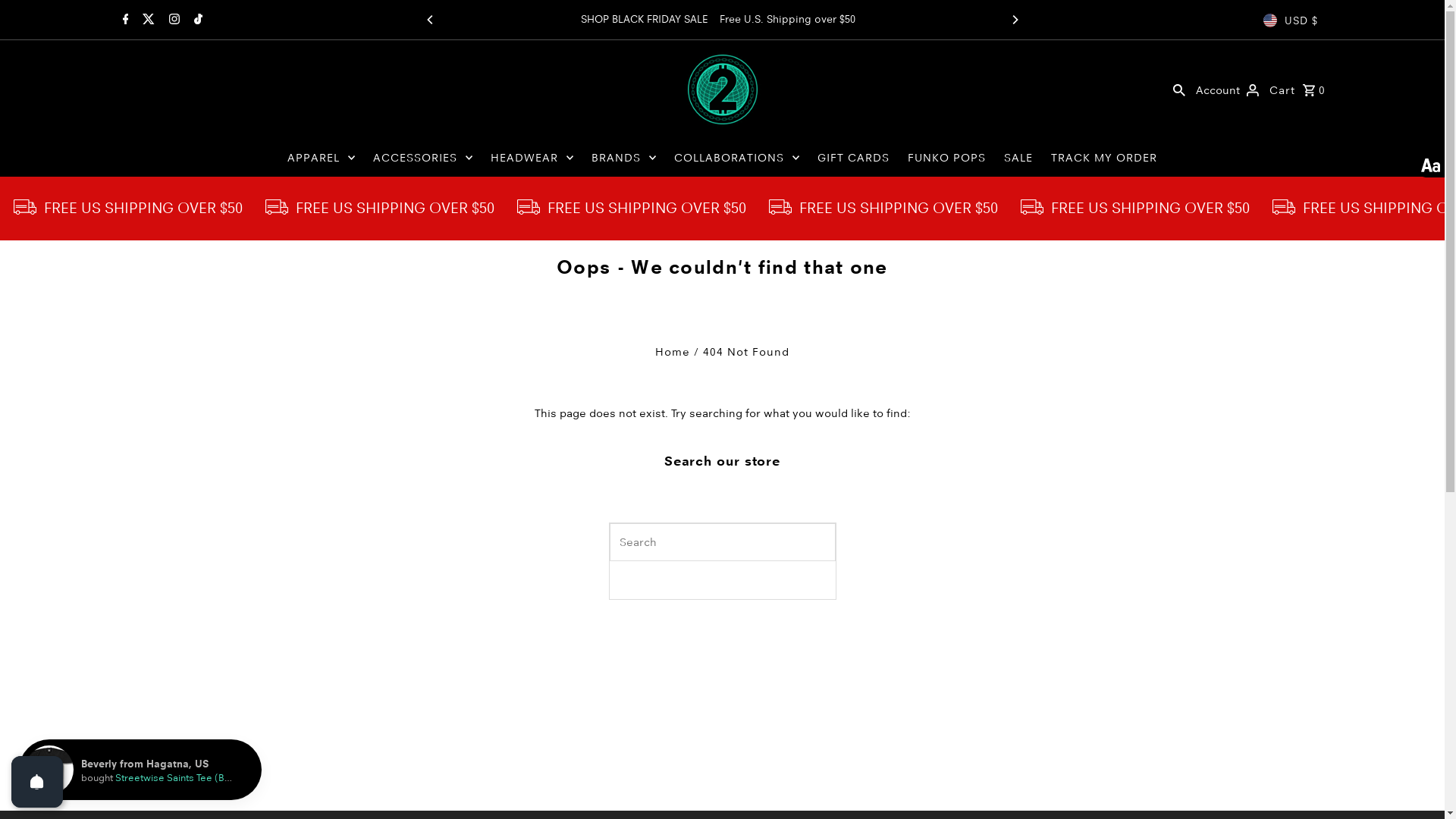 The width and height of the screenshot is (1456, 819). I want to click on 'COLLABORATIONS', so click(736, 158).